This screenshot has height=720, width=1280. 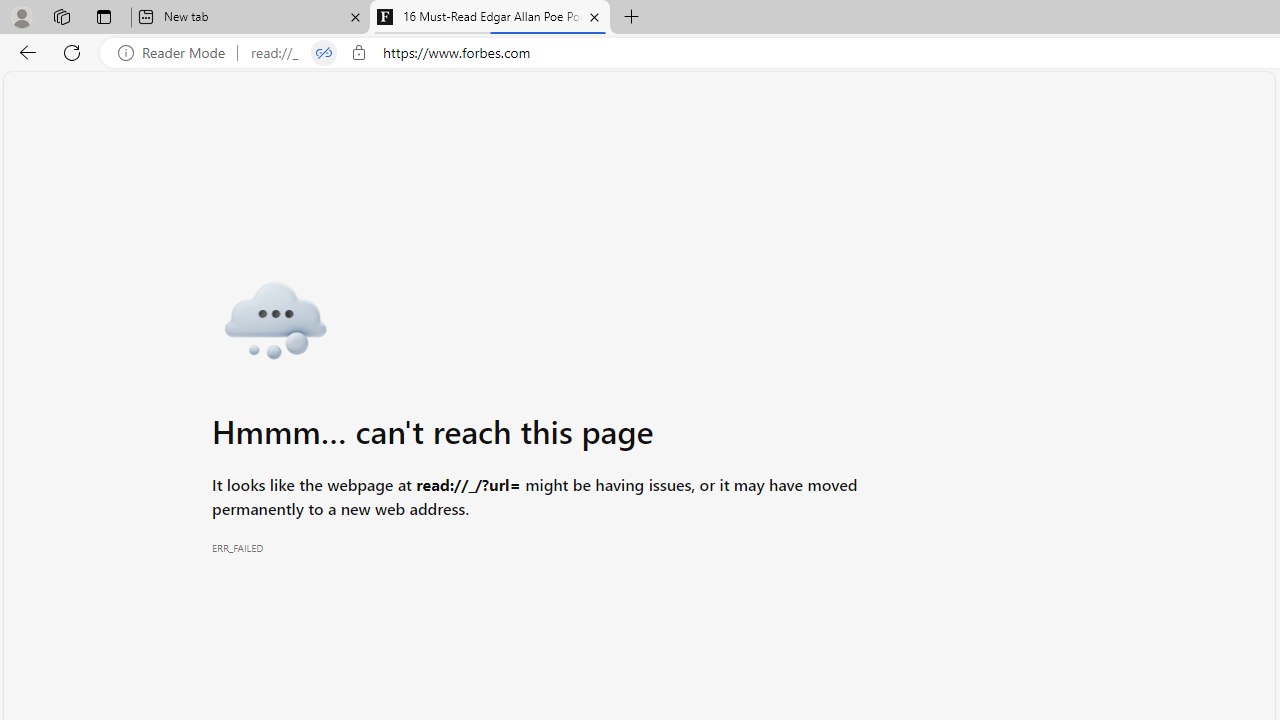 I want to click on 'Reader Mode', so click(x=177, y=52).